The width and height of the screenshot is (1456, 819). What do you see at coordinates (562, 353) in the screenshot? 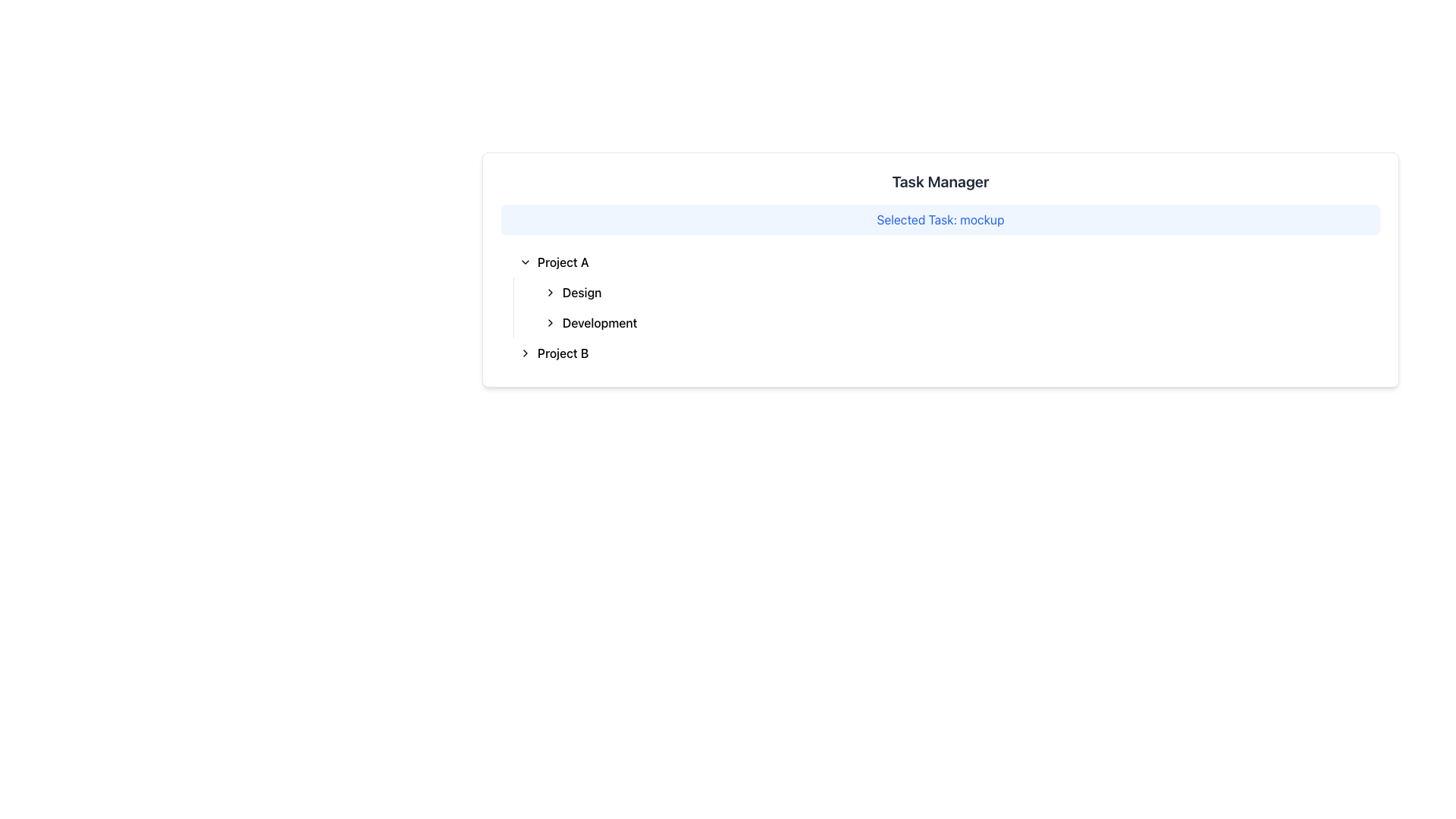
I see `the clickable label representing 'Project B' in the 'Task Manager' section` at bounding box center [562, 353].